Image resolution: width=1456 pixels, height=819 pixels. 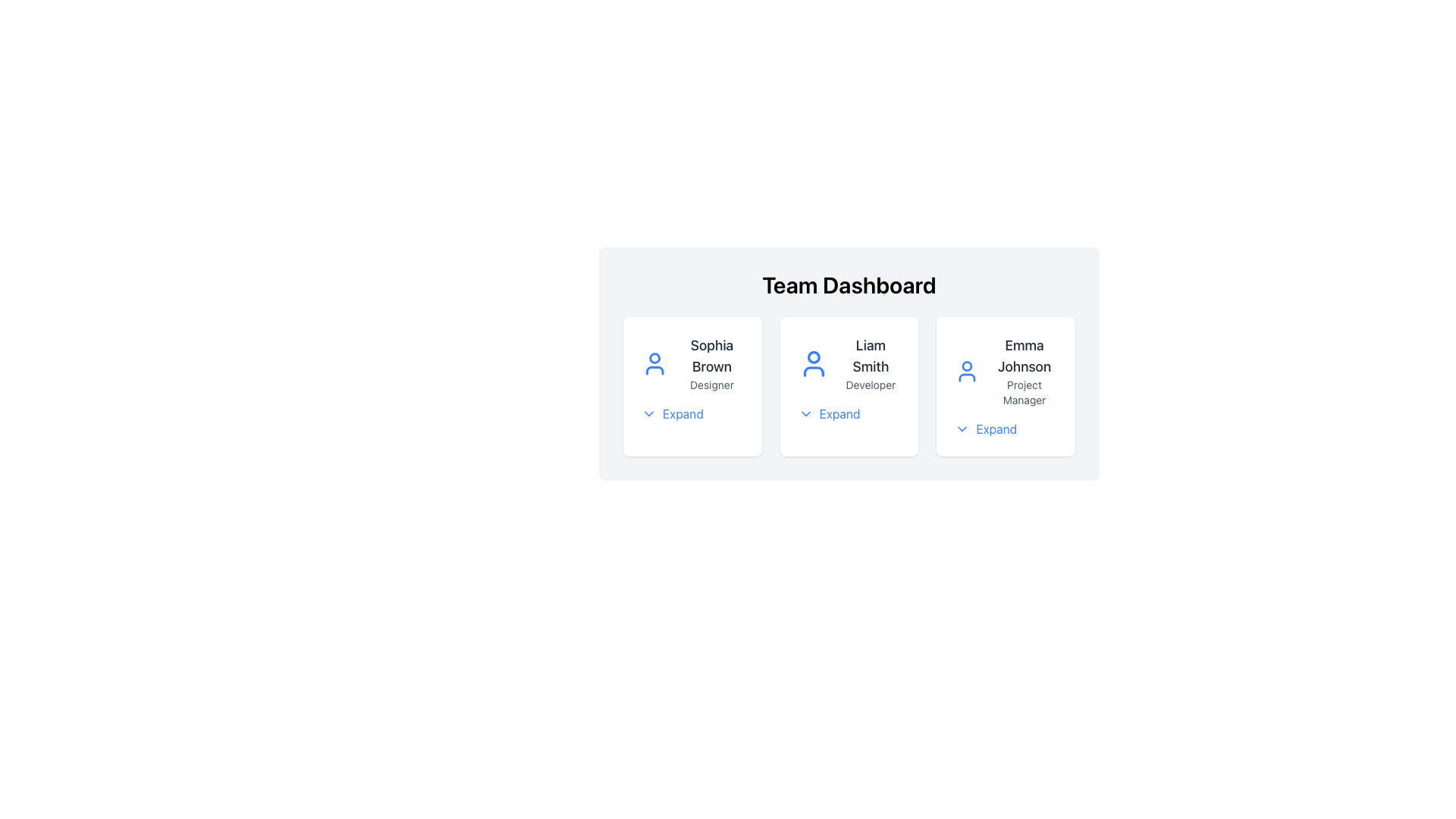 What do you see at coordinates (711, 384) in the screenshot?
I see `label displaying the text 'Designer' in gray font style, positioned below the name label 'Sophia Brown' within the card layout` at bounding box center [711, 384].